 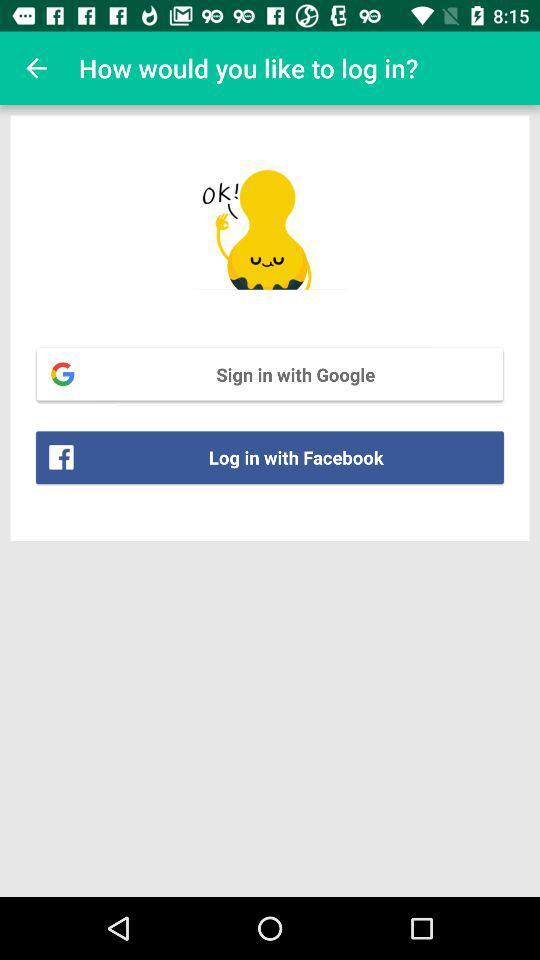 I want to click on item above the sign in with item, so click(x=36, y=68).